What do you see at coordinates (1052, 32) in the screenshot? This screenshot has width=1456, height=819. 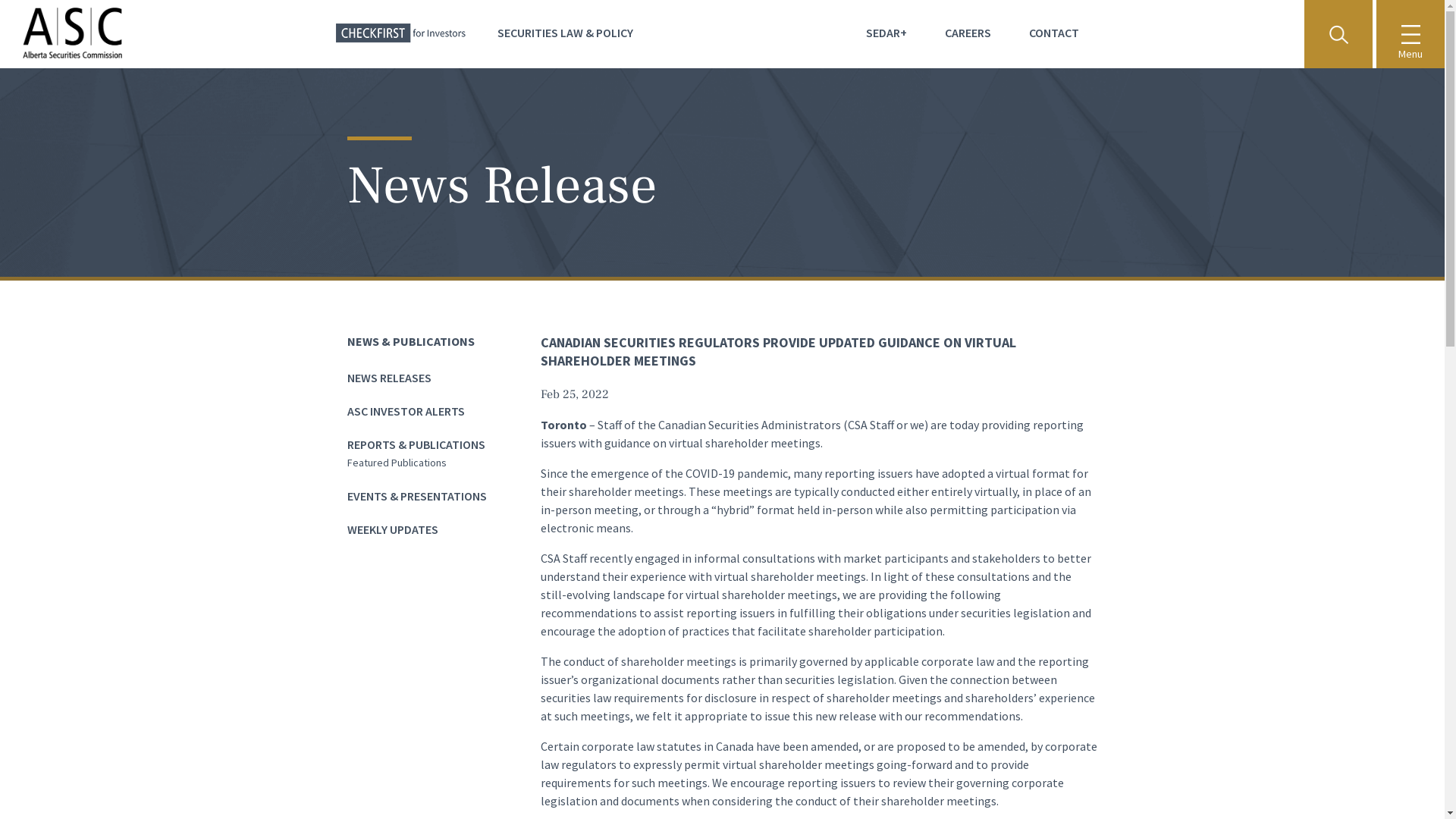 I see `'CONTACT'` at bounding box center [1052, 32].